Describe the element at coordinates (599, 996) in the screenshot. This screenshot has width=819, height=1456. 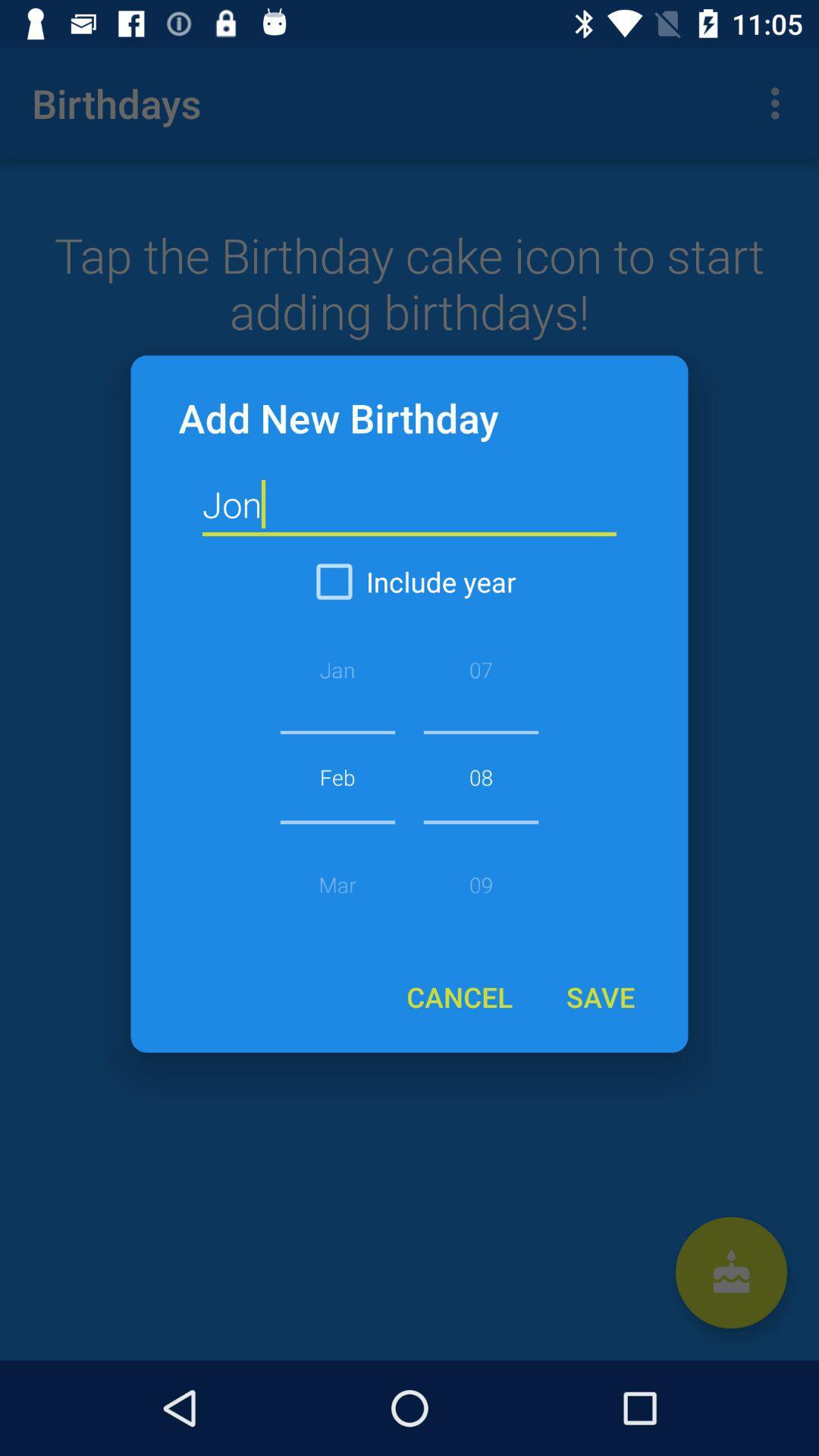
I see `the icon to the right of the cancel item` at that location.